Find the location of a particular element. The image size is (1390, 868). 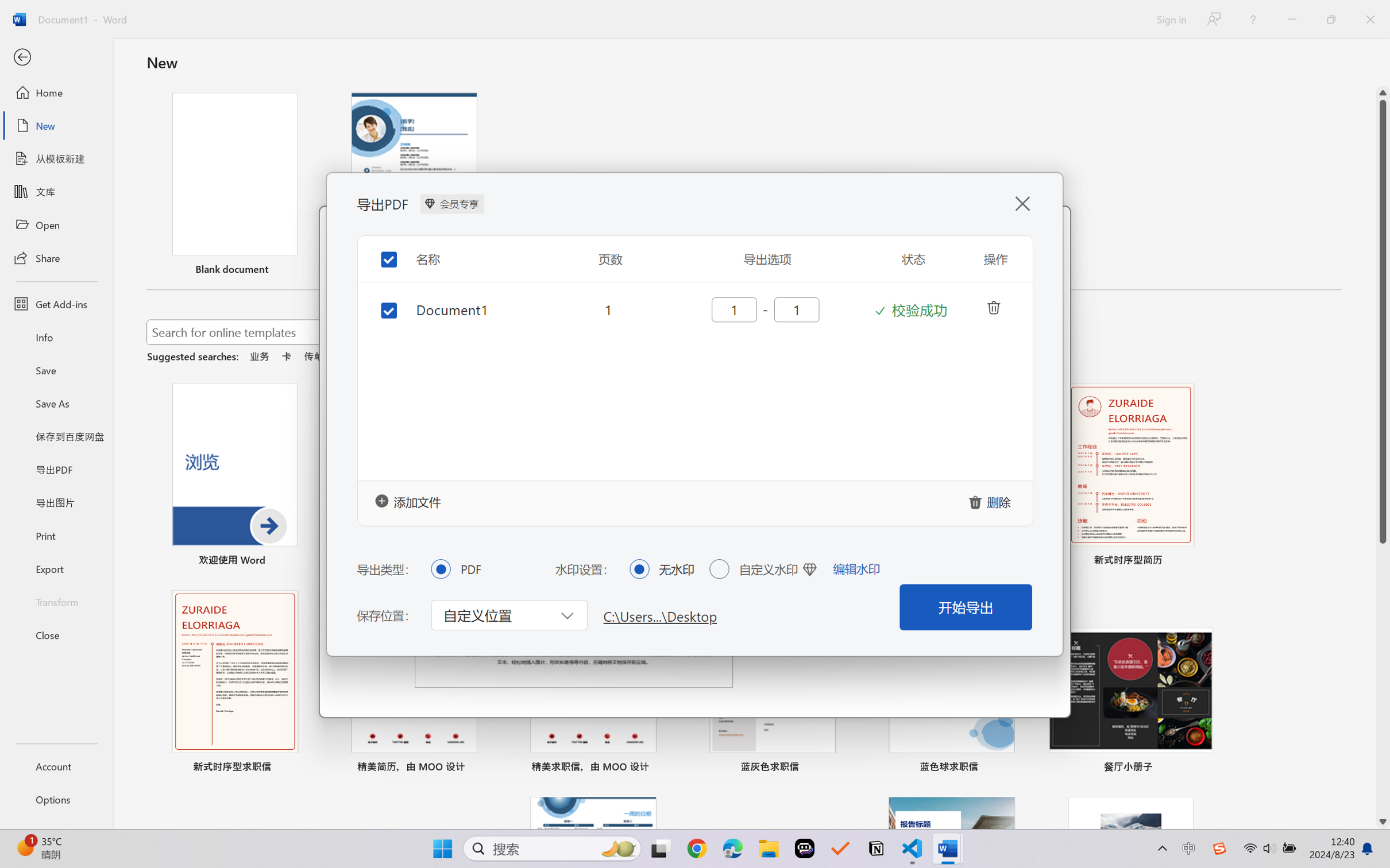

'select row' is located at coordinates (380, 301).